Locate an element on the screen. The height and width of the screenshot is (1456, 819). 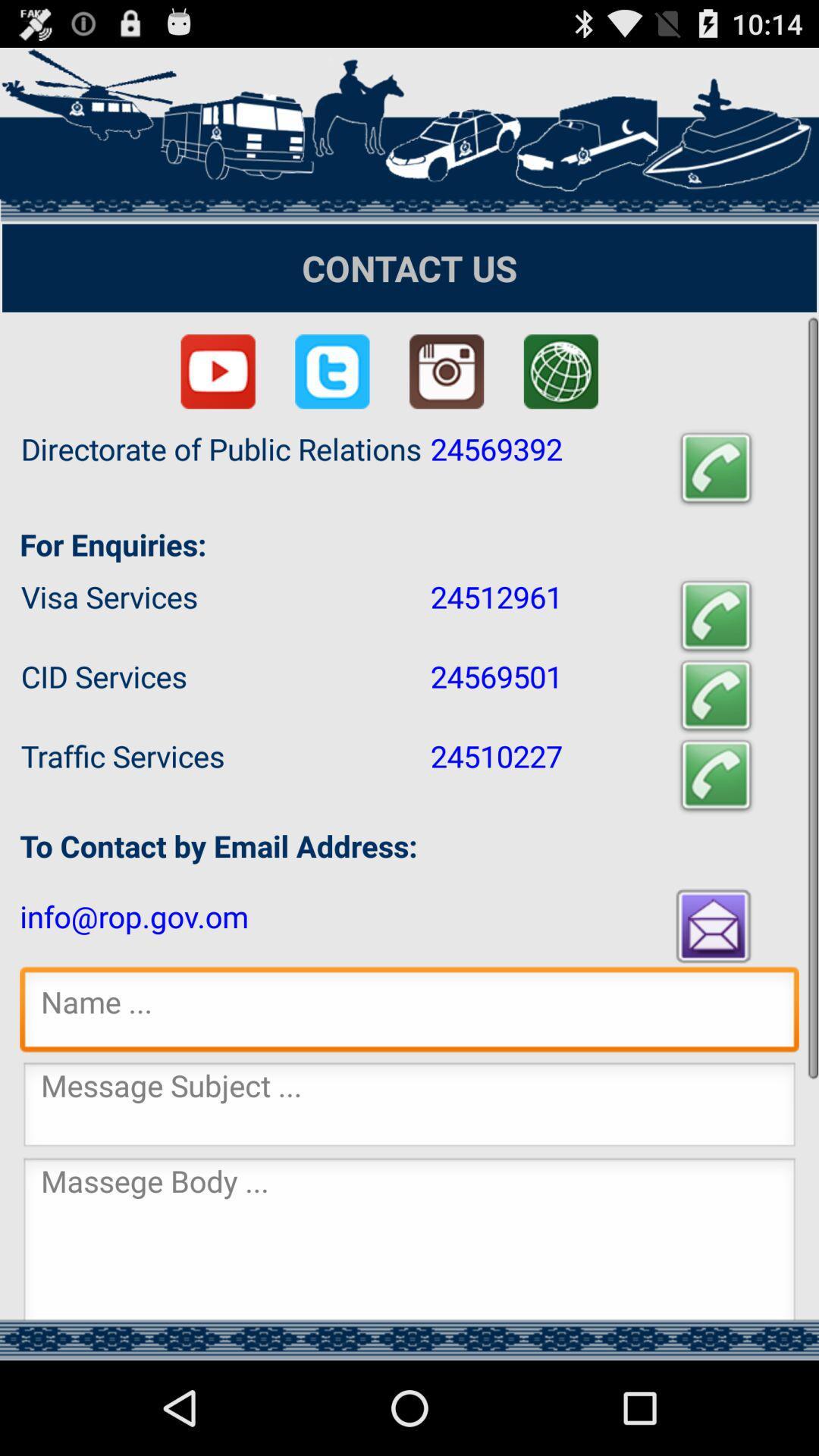
link to instagram is located at coordinates (446, 372).